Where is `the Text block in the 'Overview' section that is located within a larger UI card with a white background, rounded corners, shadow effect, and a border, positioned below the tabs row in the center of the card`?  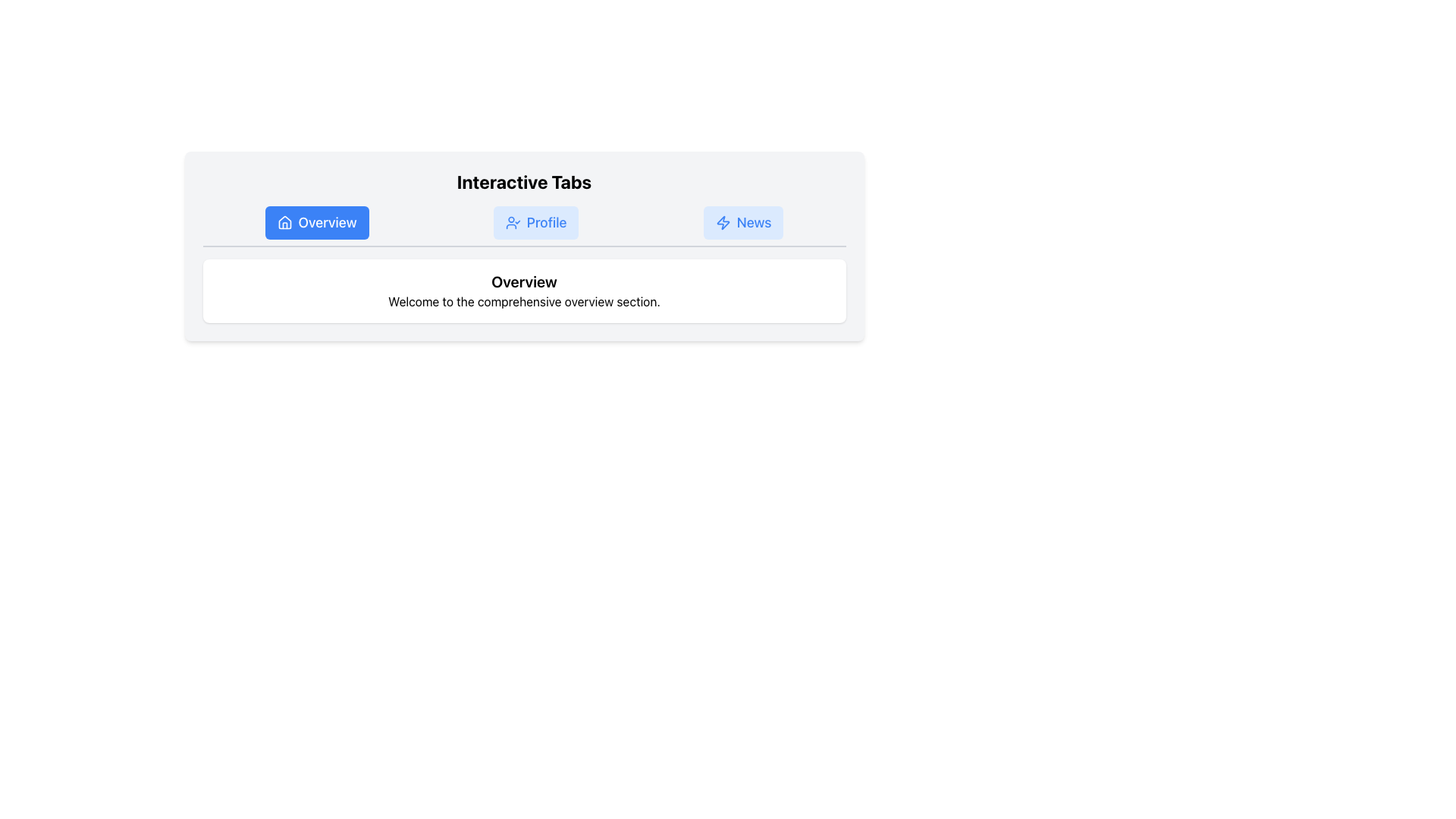 the Text block in the 'Overview' section that is located within a larger UI card with a white background, rounded corners, shadow effect, and a border, positioned below the tabs row in the center of the card is located at coordinates (524, 291).